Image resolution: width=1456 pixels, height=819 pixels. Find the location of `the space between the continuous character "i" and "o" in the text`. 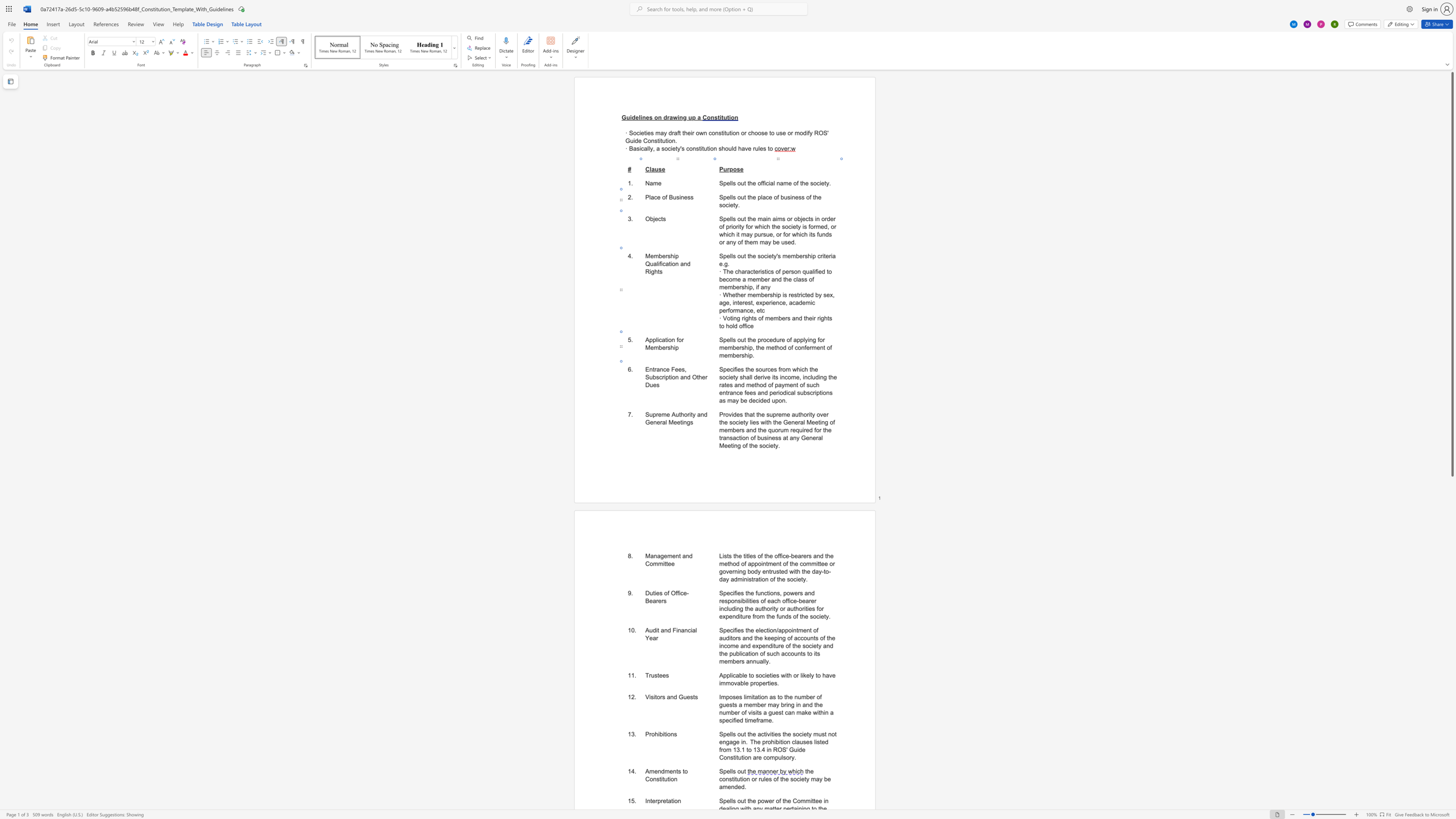

the space between the continuous character "i" and "o" in the text is located at coordinates (671, 779).